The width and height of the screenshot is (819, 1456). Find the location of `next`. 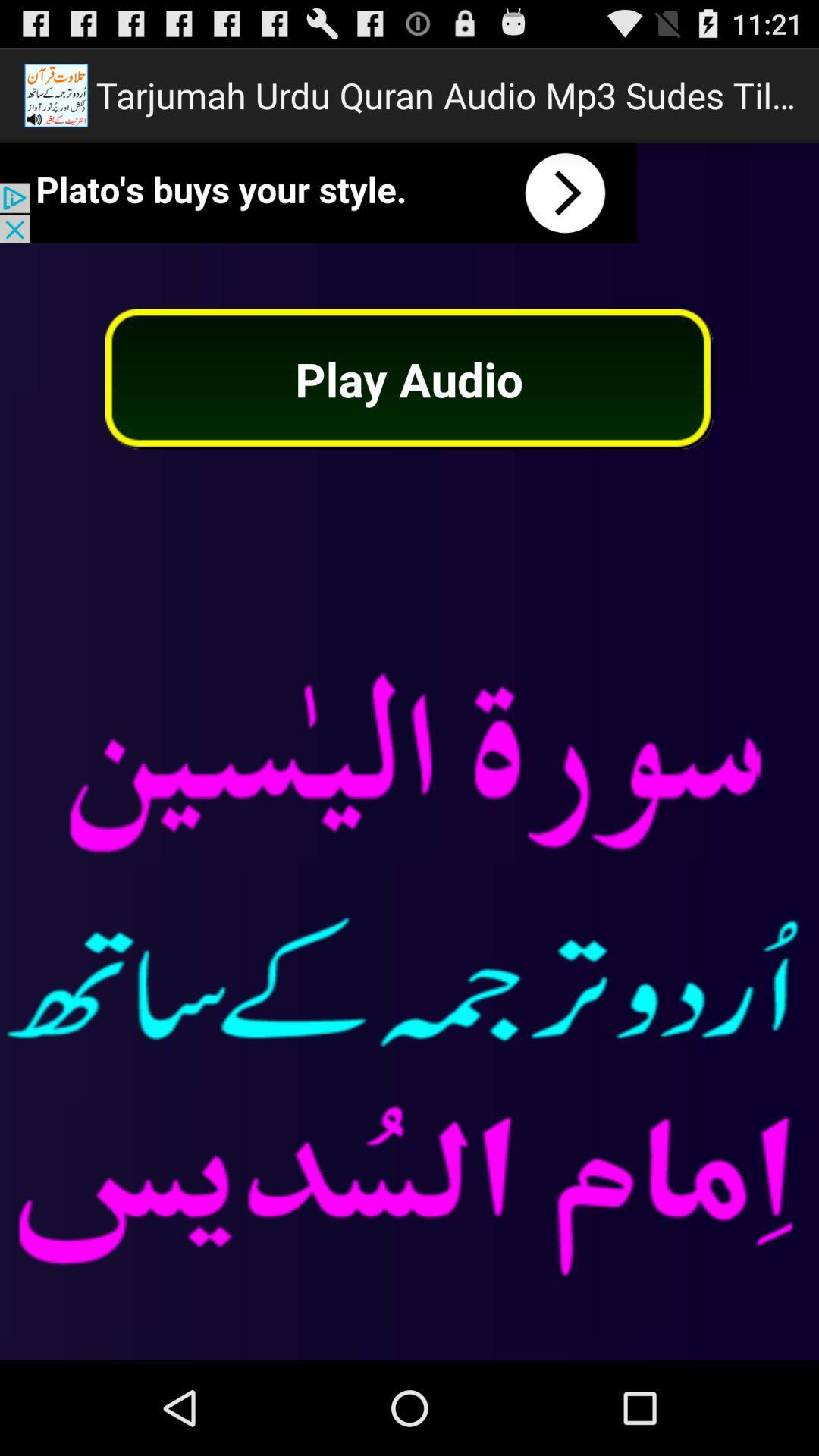

next is located at coordinates (318, 192).